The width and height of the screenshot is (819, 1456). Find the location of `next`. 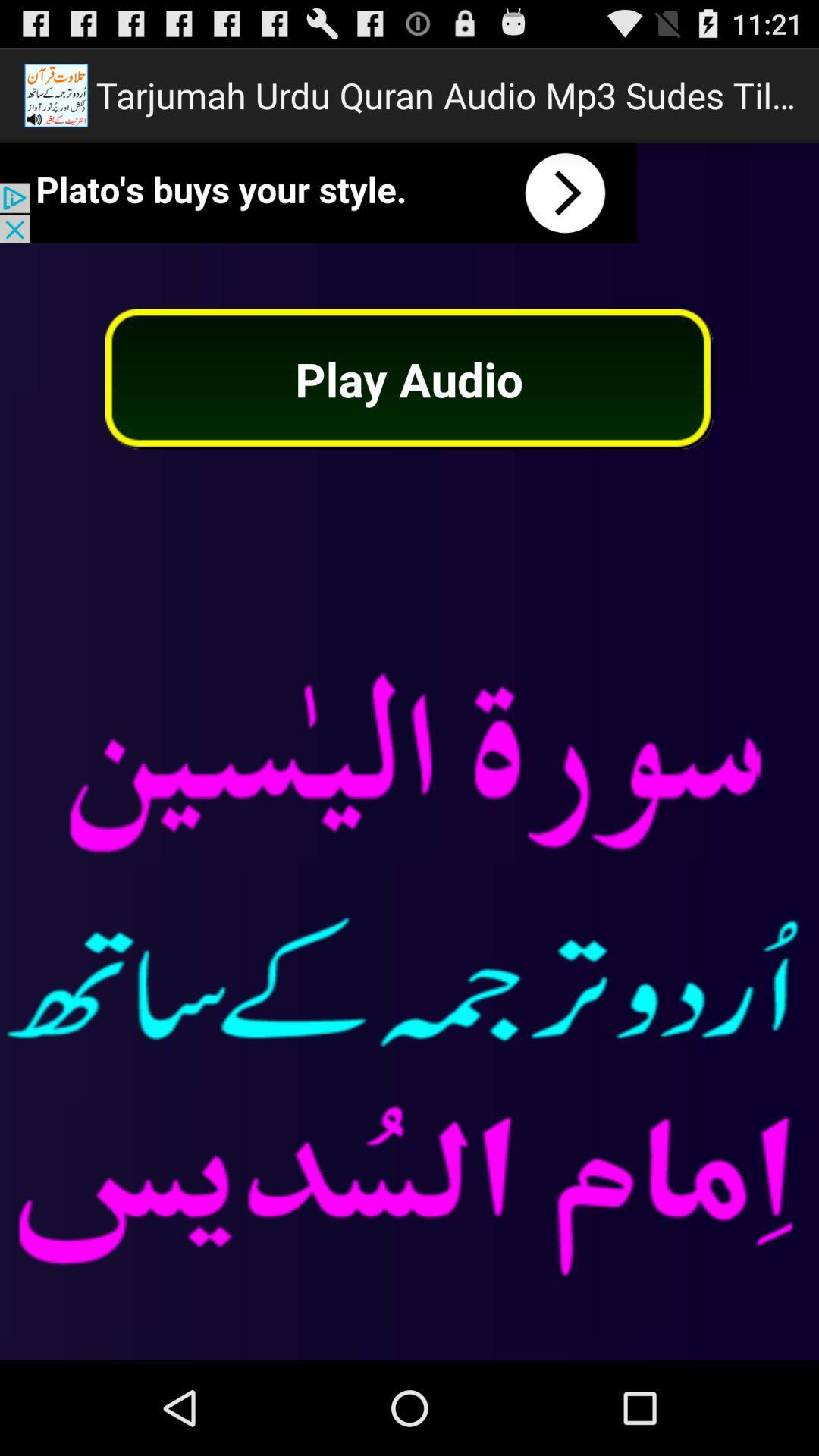

next is located at coordinates (318, 192).